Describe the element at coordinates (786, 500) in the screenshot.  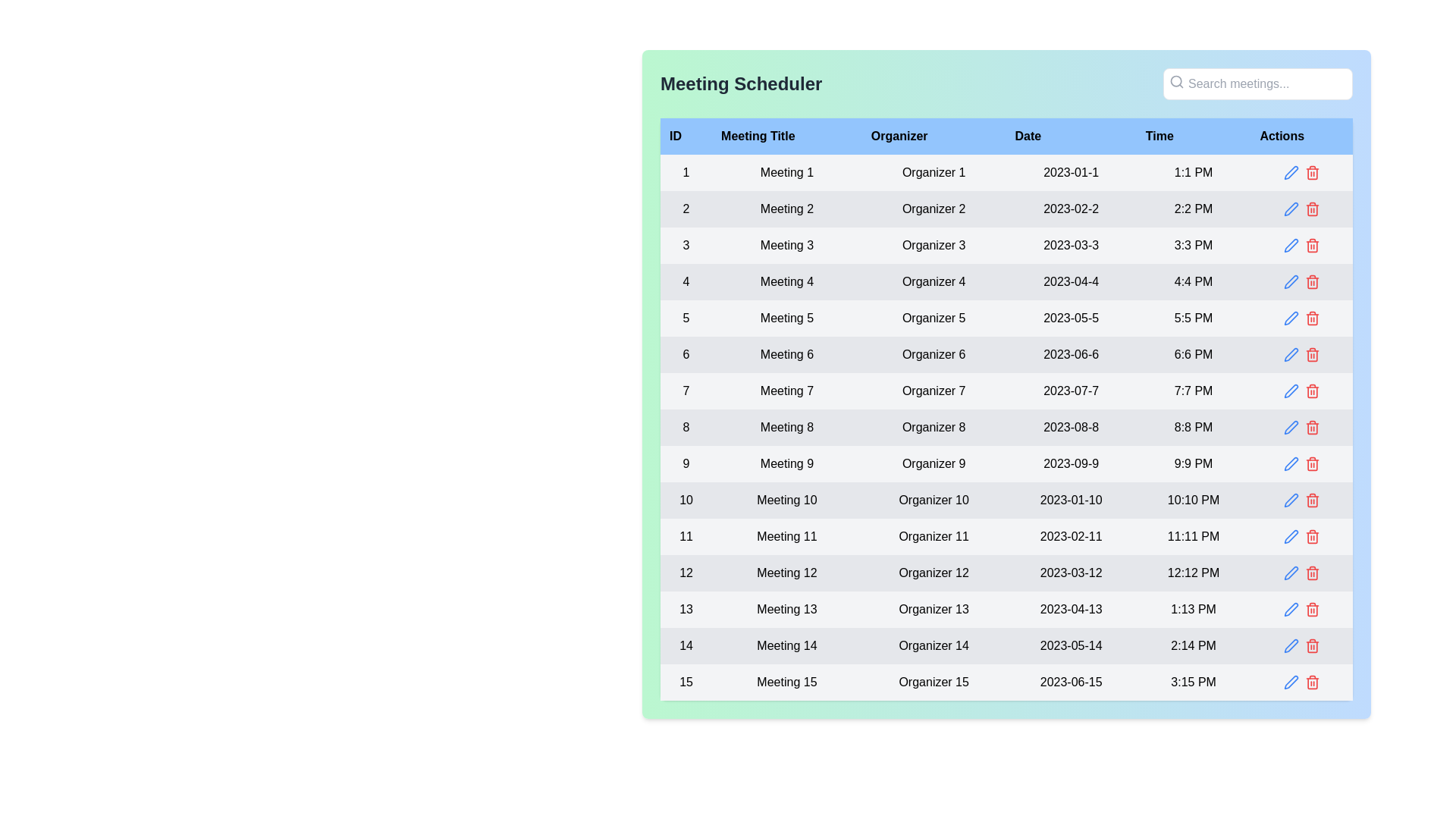
I see `the Text label indicating the meeting title in the second column of the row labeled '10' in the multi-column table` at that location.